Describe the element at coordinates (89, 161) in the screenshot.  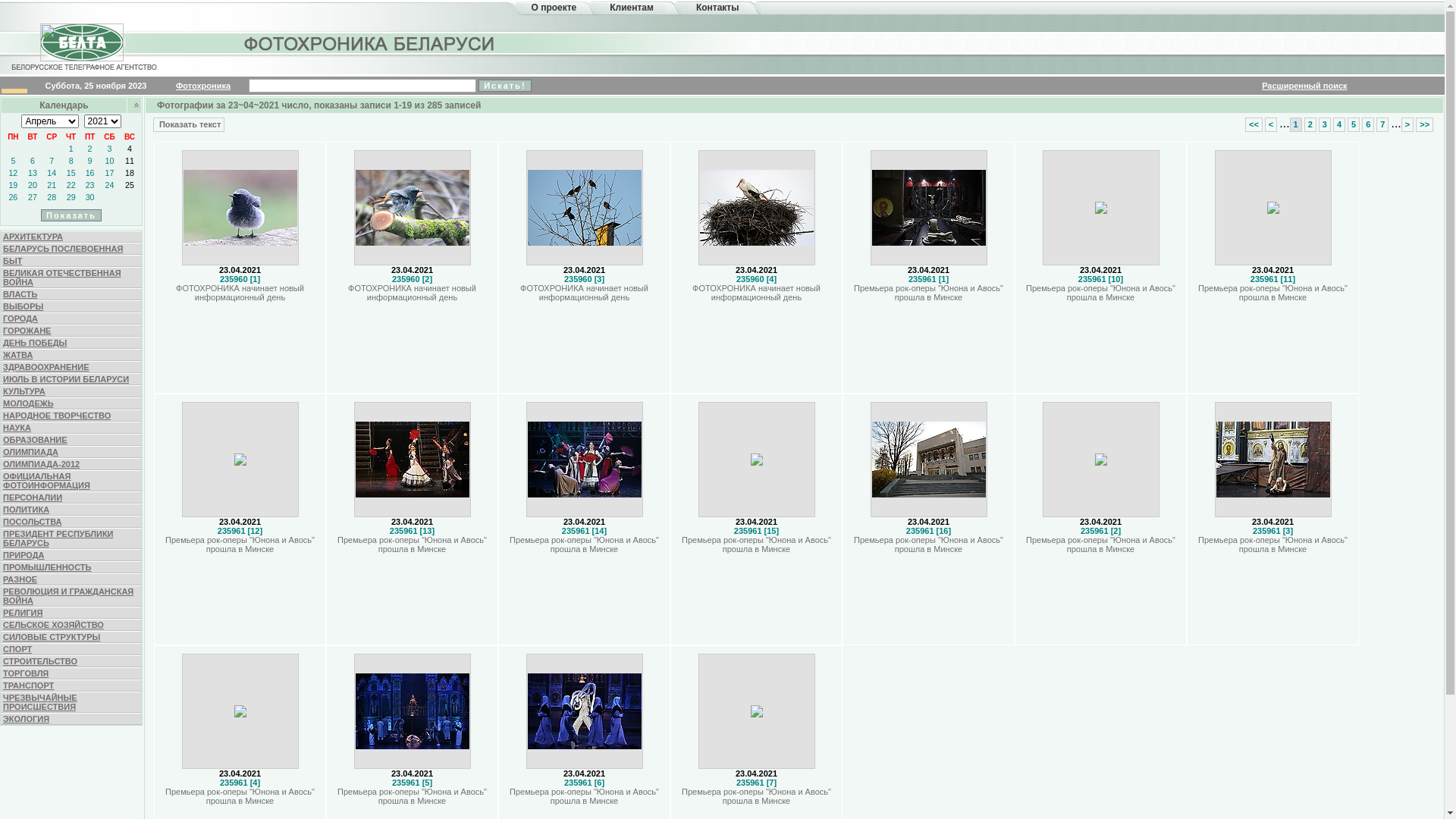
I see `'9'` at that location.